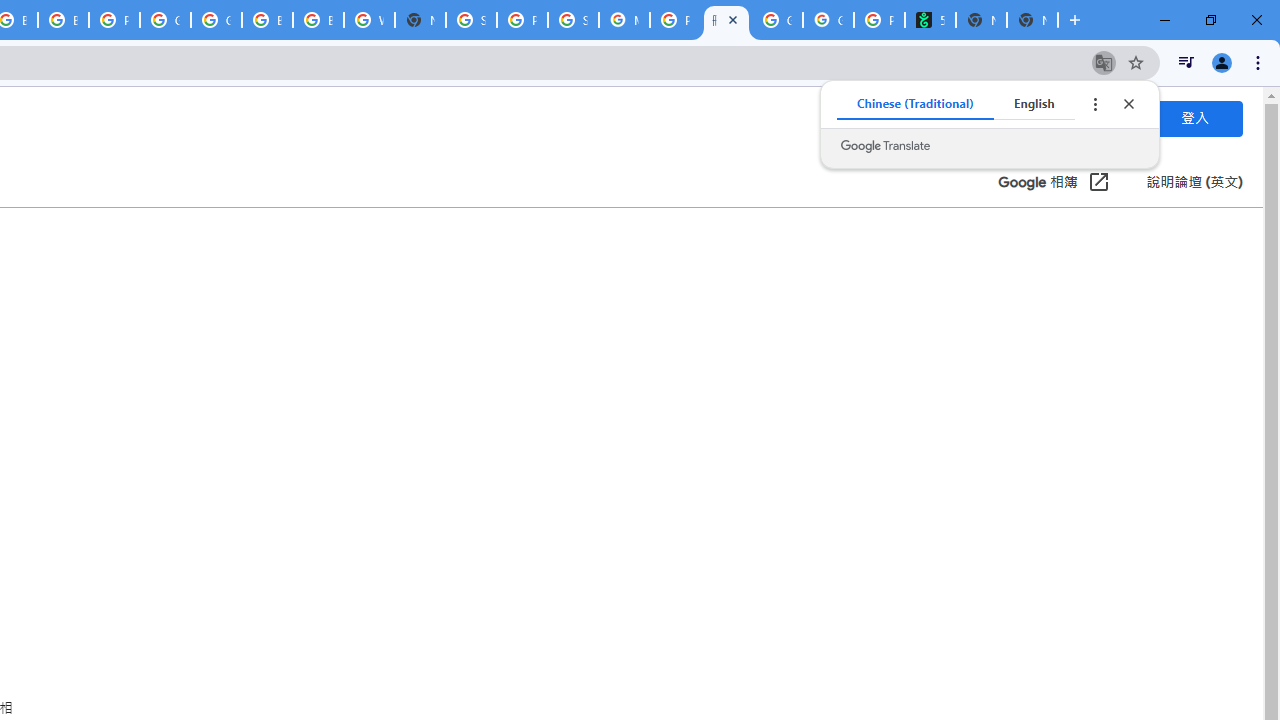 This screenshot has width=1280, height=720. What do you see at coordinates (1094, 104) in the screenshot?
I see `'Translate options'` at bounding box center [1094, 104].